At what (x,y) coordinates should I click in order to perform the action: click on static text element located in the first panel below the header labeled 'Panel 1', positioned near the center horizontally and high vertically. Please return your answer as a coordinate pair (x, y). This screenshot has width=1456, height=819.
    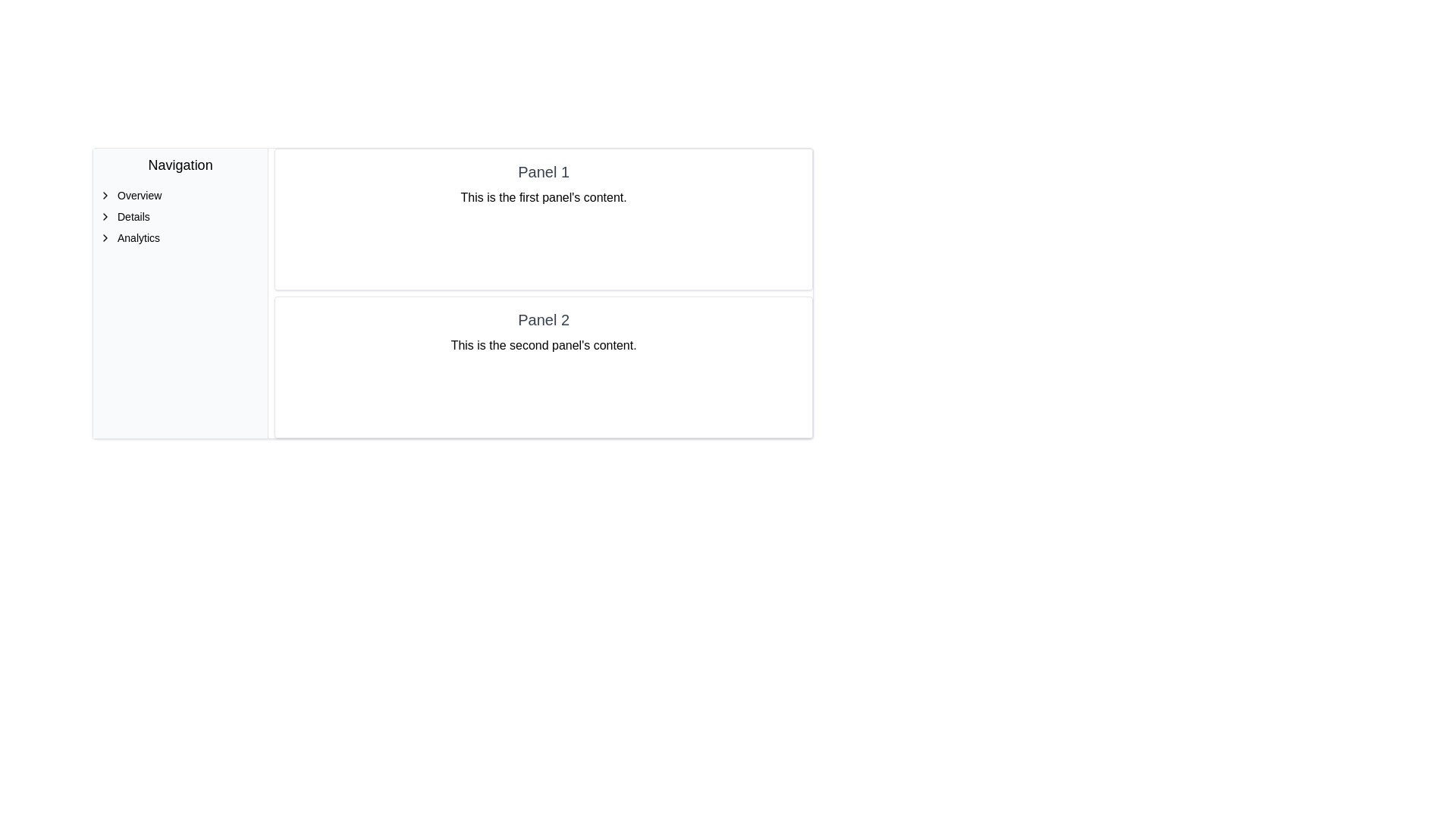
    Looking at the image, I should click on (544, 197).